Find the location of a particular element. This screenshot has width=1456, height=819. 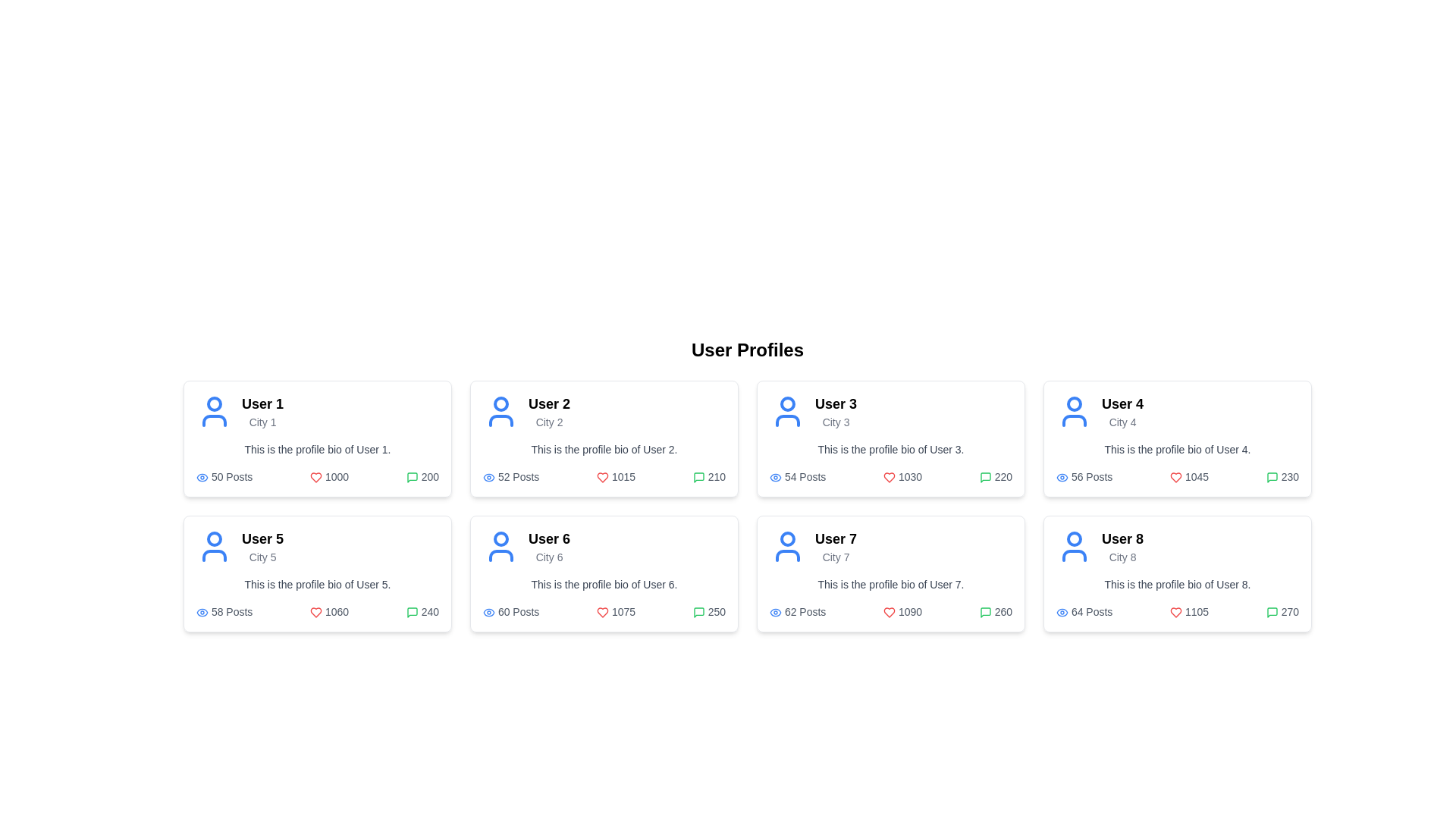

the text reading 'This is the profile bio of User 1.' which is located in the user profile card beneath the user's name and city information is located at coordinates (316, 449).